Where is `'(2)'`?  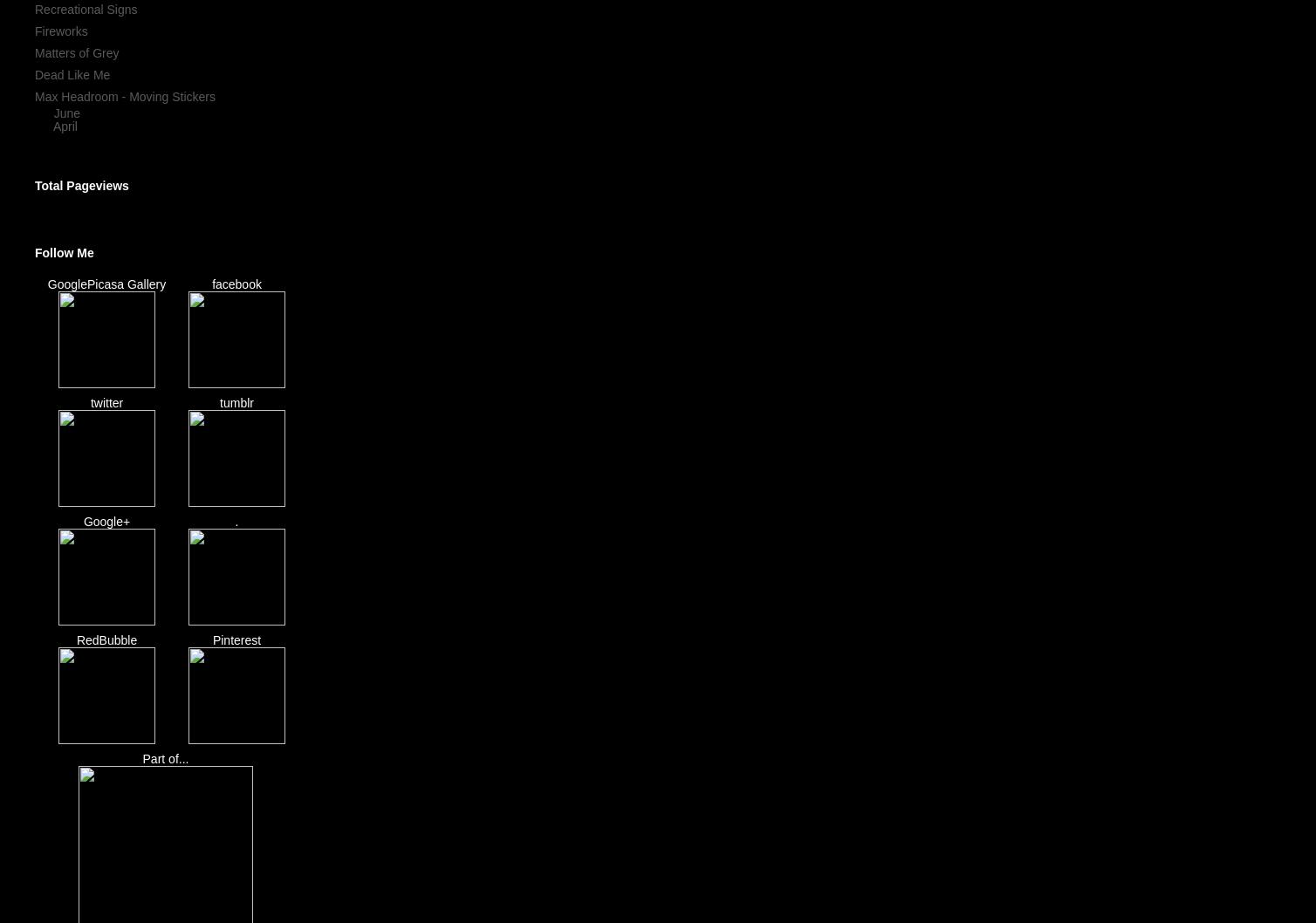
'(2)' is located at coordinates (87, 124).